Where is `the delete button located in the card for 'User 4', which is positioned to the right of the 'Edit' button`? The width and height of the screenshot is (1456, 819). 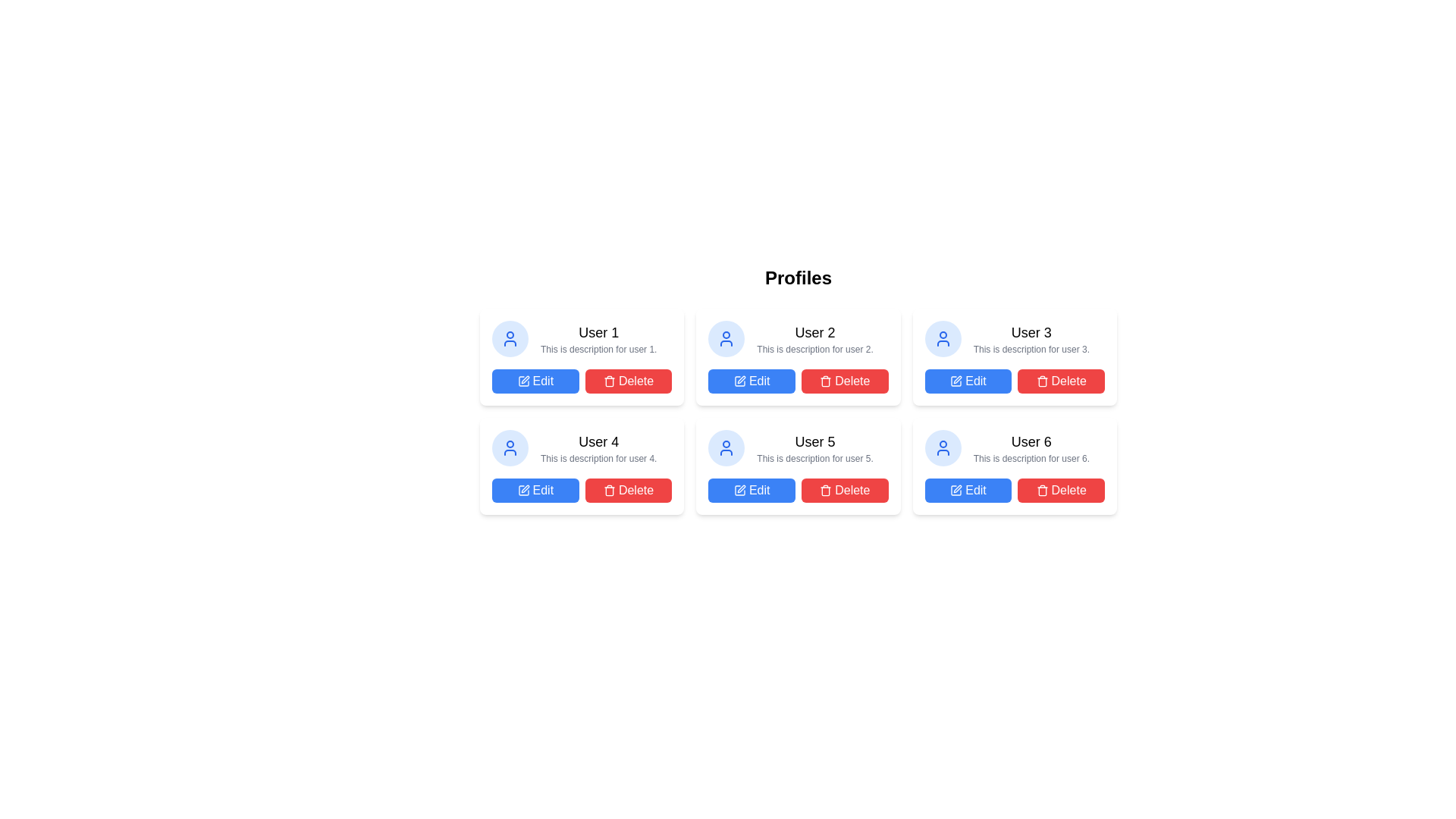 the delete button located in the card for 'User 4', which is positioned to the right of the 'Edit' button is located at coordinates (629, 491).